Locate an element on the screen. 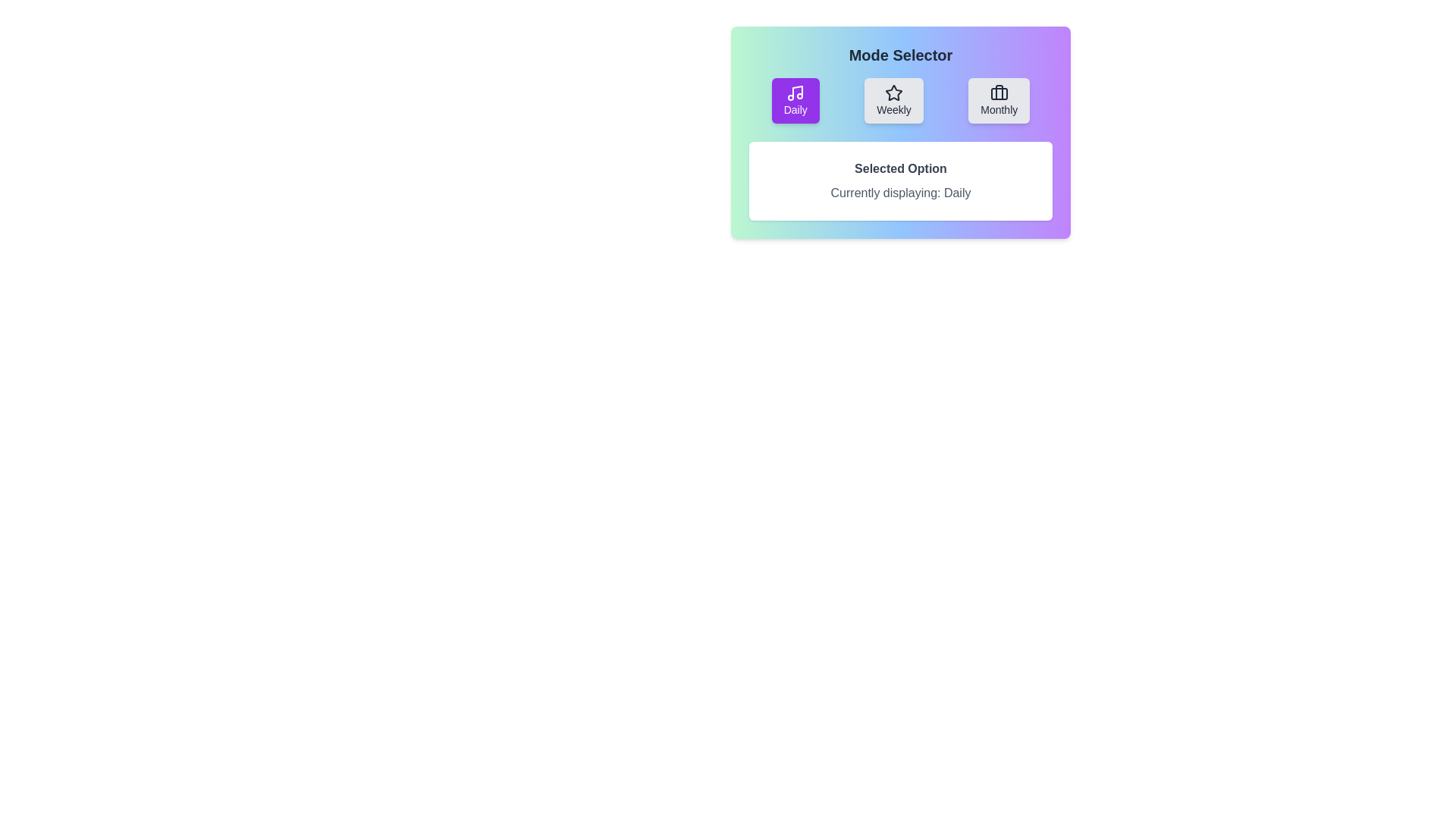 The height and width of the screenshot is (819, 1456). the text label that indicates the button for setting the application mode to weekly, which is located under the star icon in the second button of a horizontal row of three buttons is located at coordinates (894, 109).